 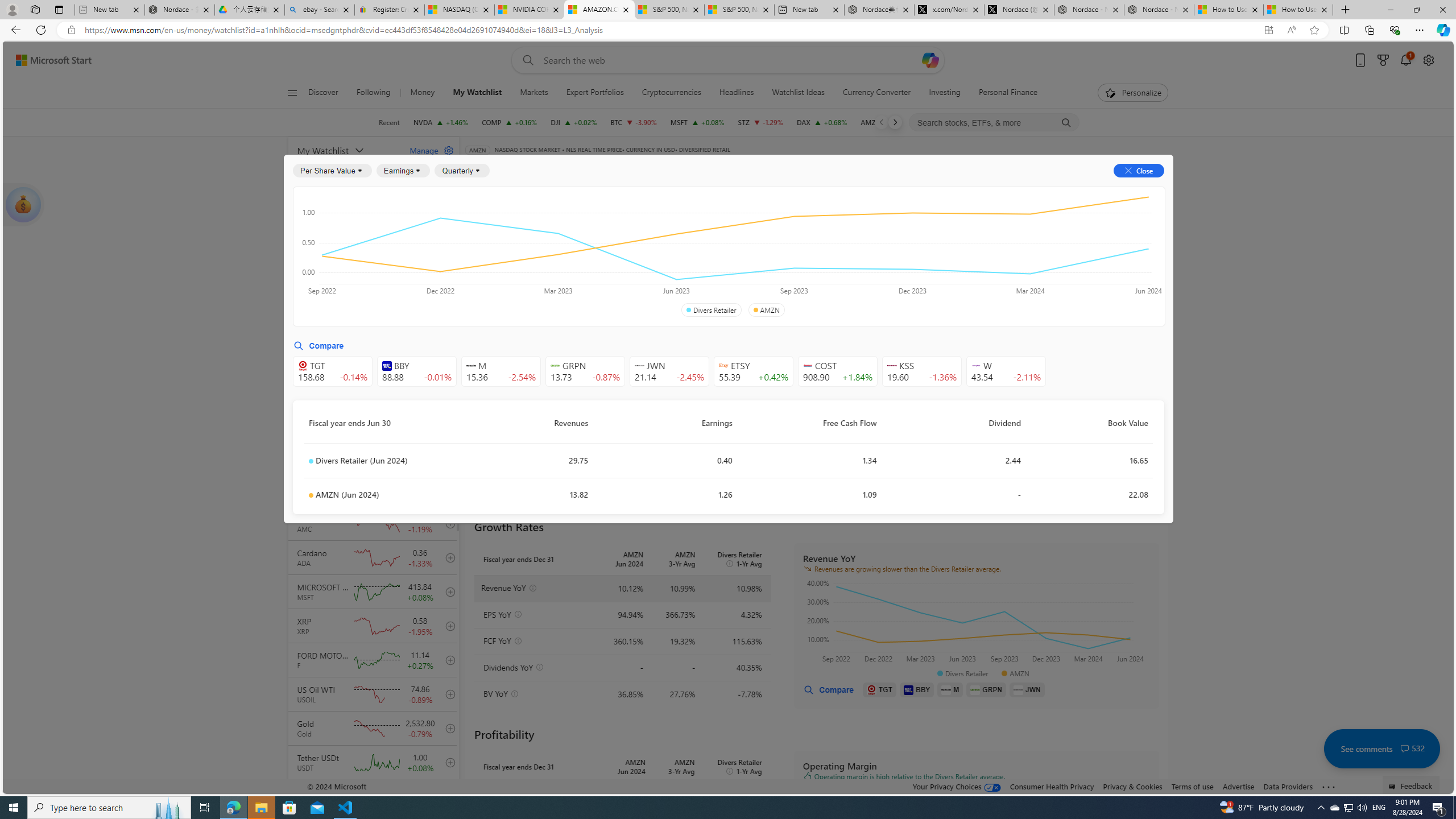 I want to click on 'Recent', so click(x=389, y=122).